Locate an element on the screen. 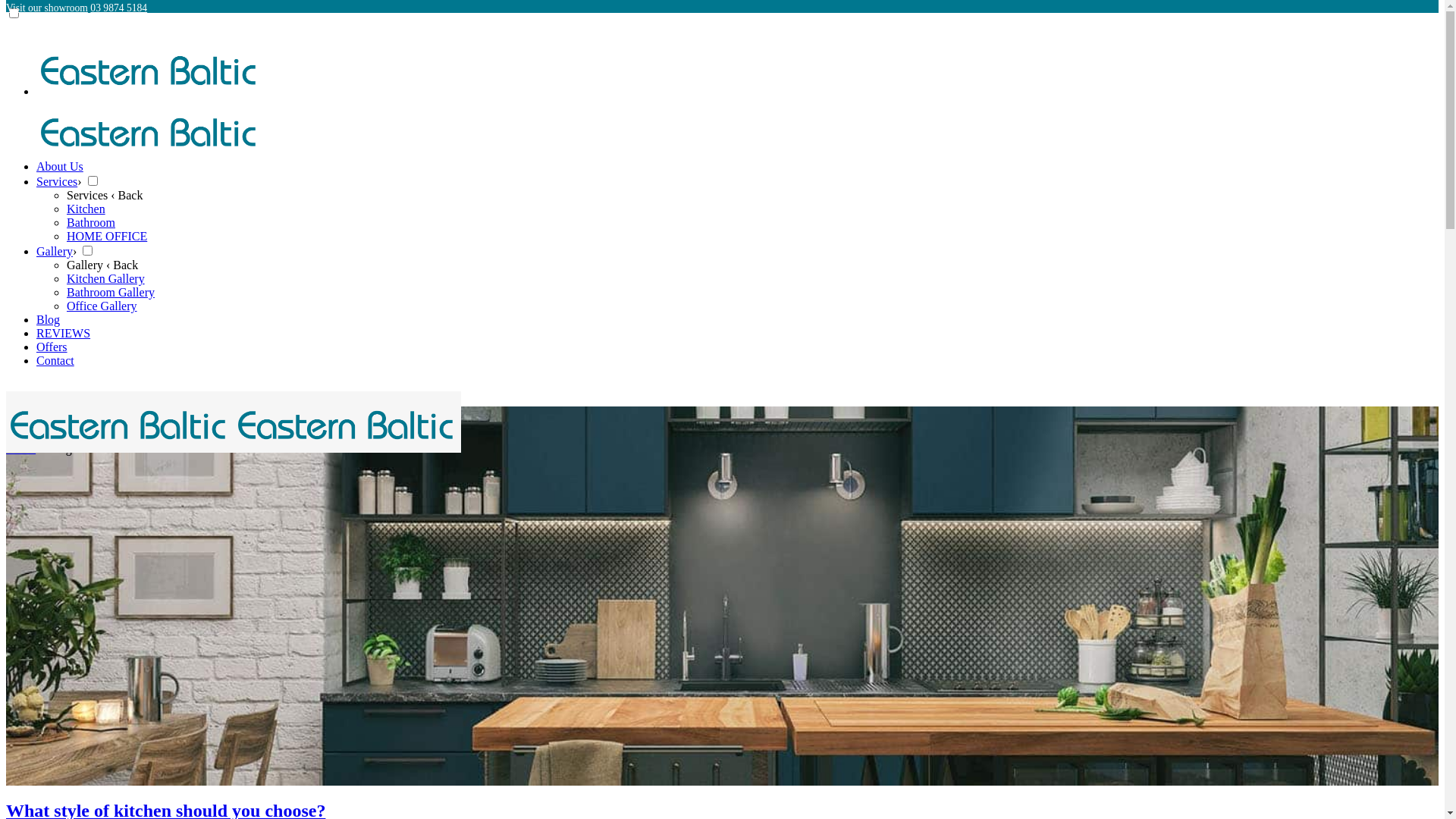 The width and height of the screenshot is (1456, 819). 'Blog' is located at coordinates (36, 318).